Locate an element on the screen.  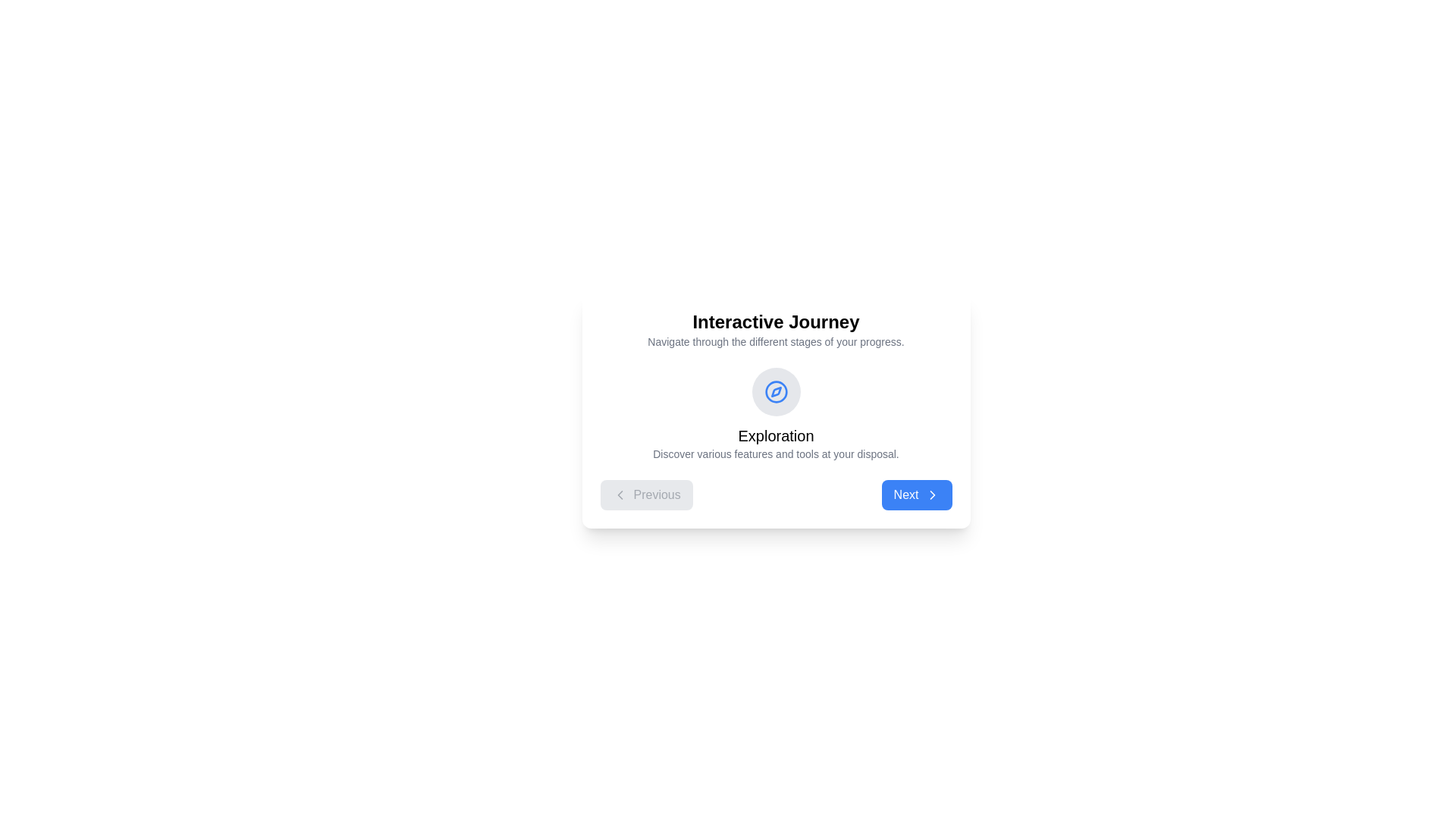
the 'Previous' button is located at coordinates (646, 494).